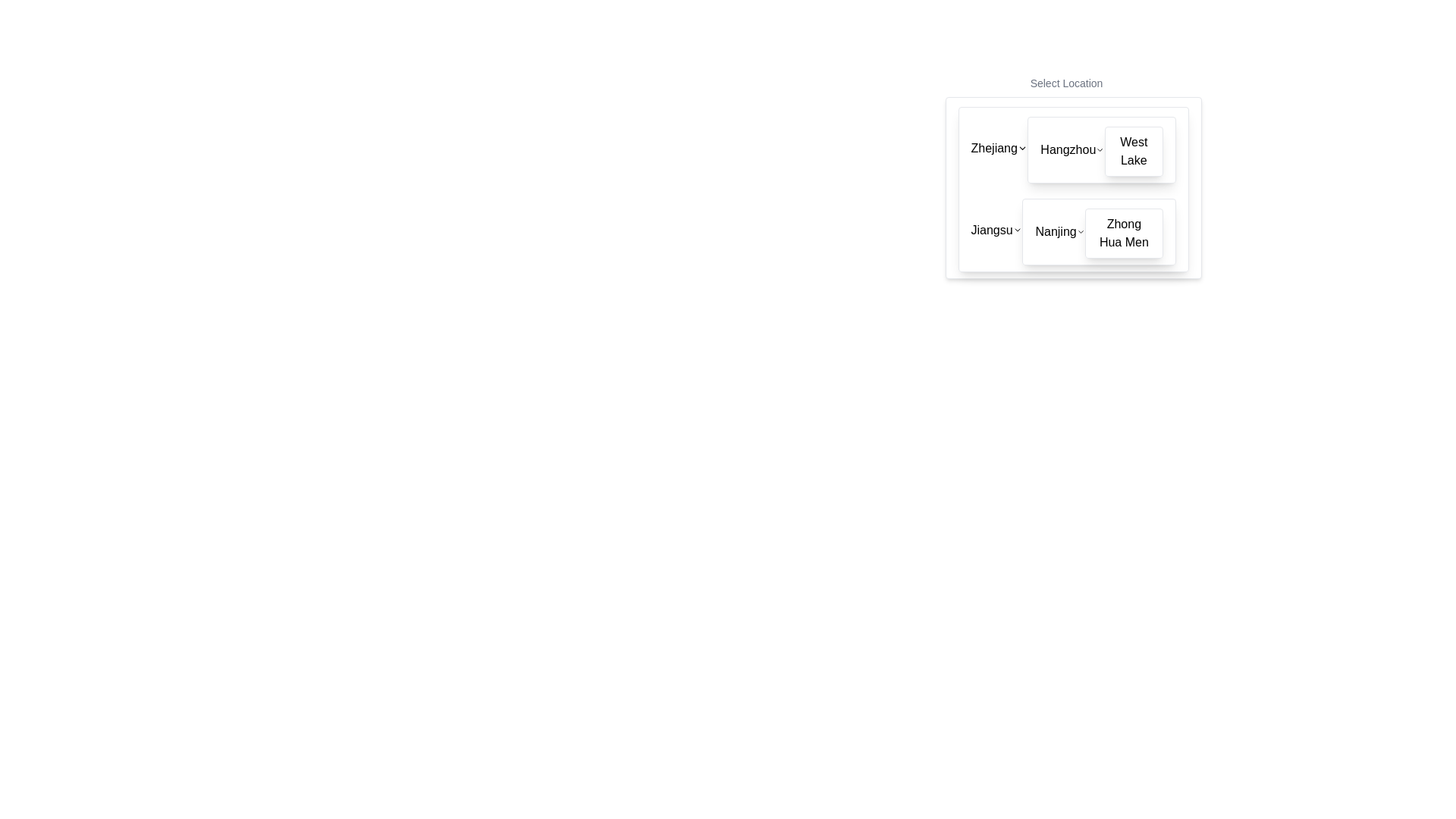  Describe the element at coordinates (1102, 149) in the screenshot. I see `the Expandable menu item for 'West Lake' located in the 'Hangzhou' section` at that location.